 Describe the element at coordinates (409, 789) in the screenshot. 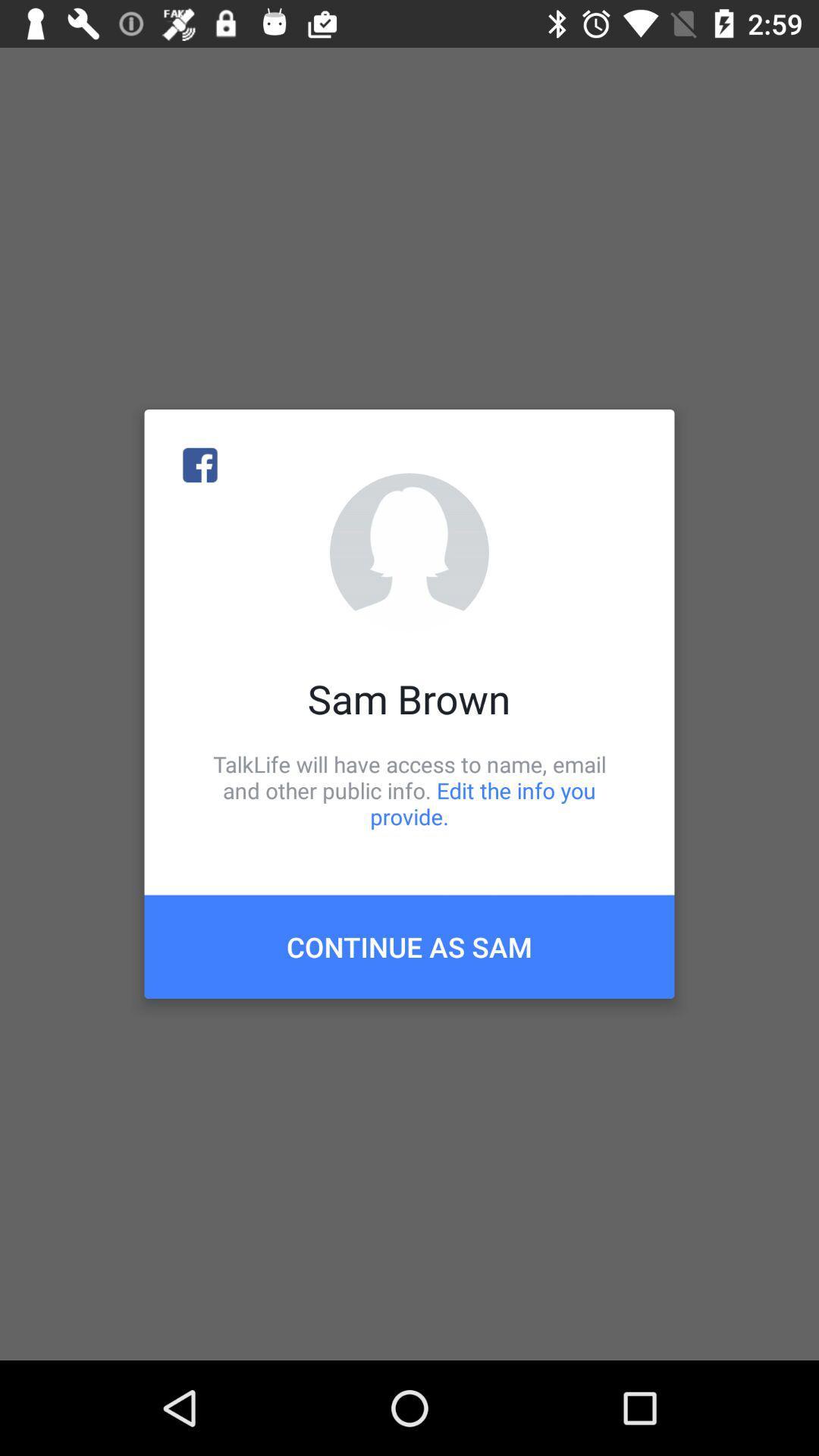

I see `the talklife will have` at that location.